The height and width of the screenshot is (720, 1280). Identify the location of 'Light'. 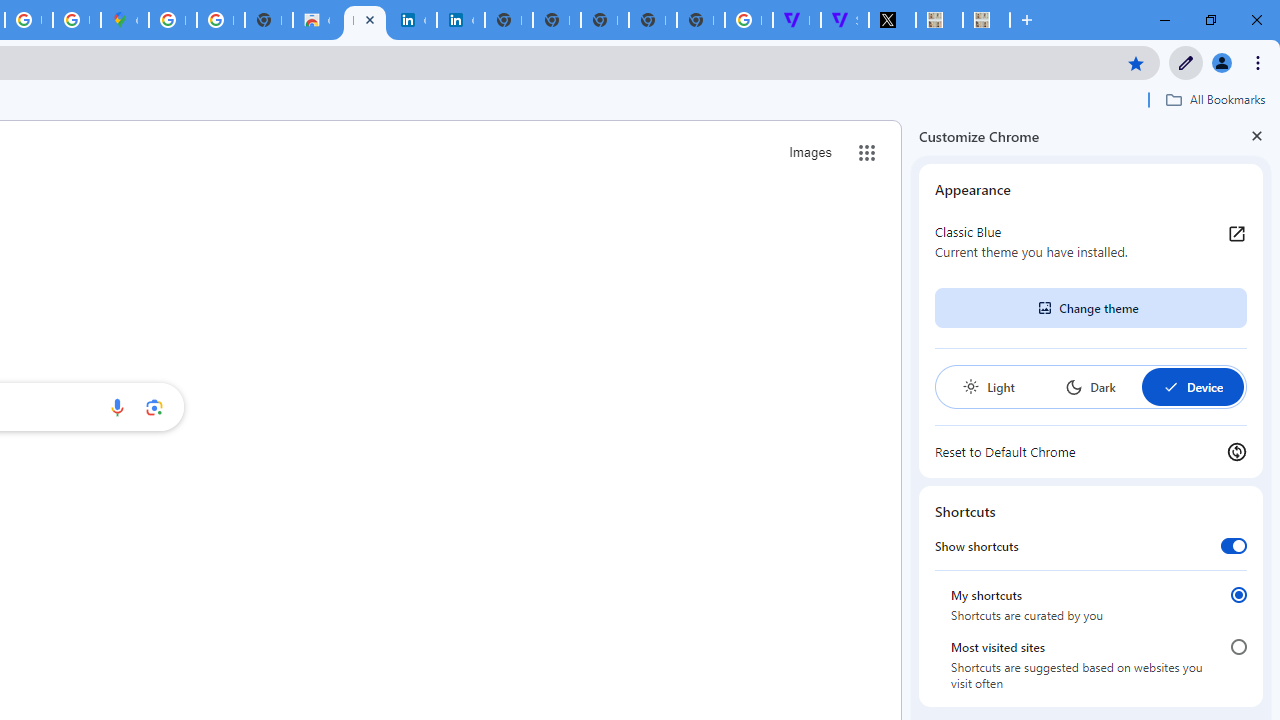
(988, 387).